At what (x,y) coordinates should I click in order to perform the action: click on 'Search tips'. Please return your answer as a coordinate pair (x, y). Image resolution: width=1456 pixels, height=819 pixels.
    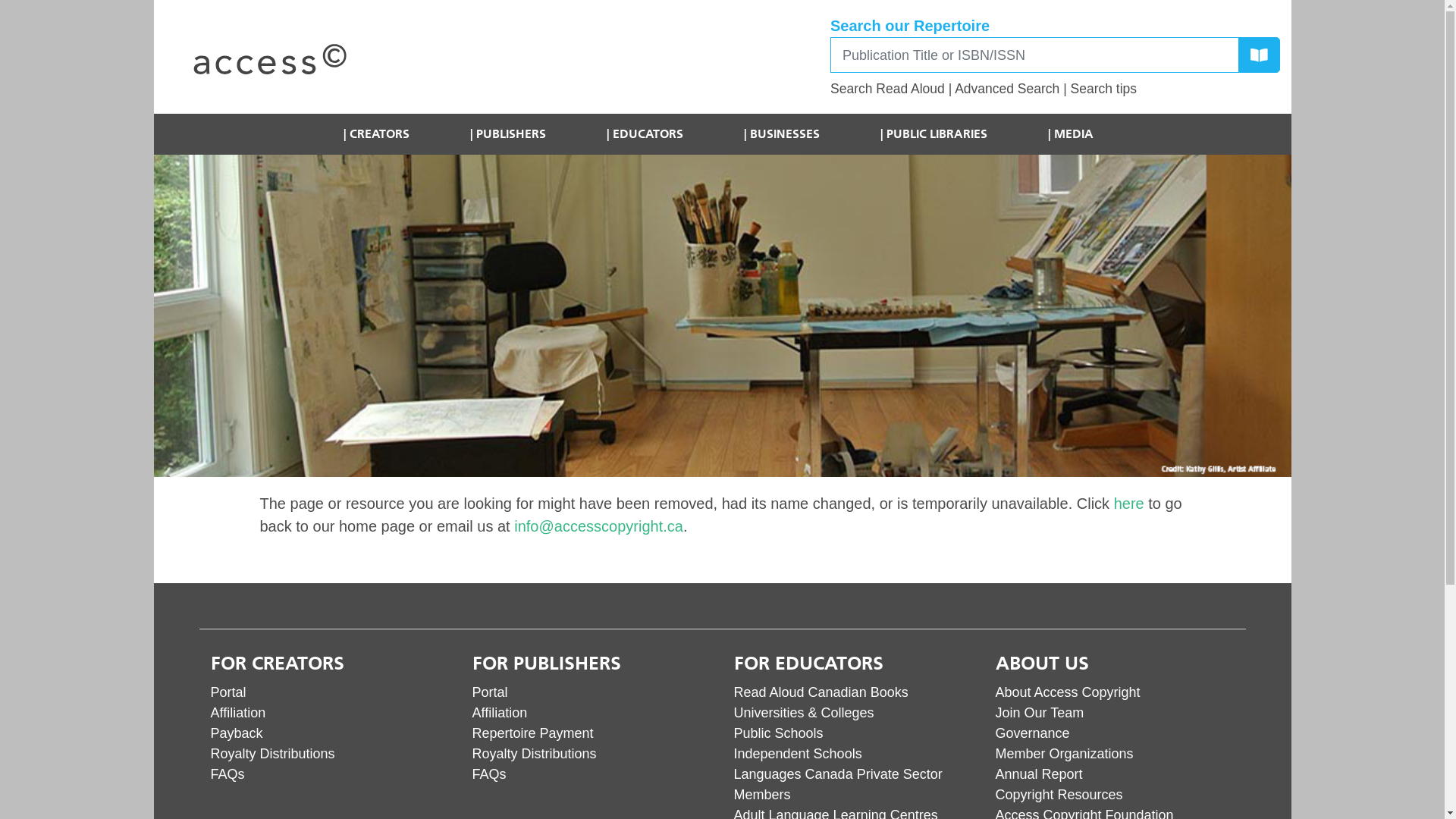
    Looking at the image, I should click on (1069, 88).